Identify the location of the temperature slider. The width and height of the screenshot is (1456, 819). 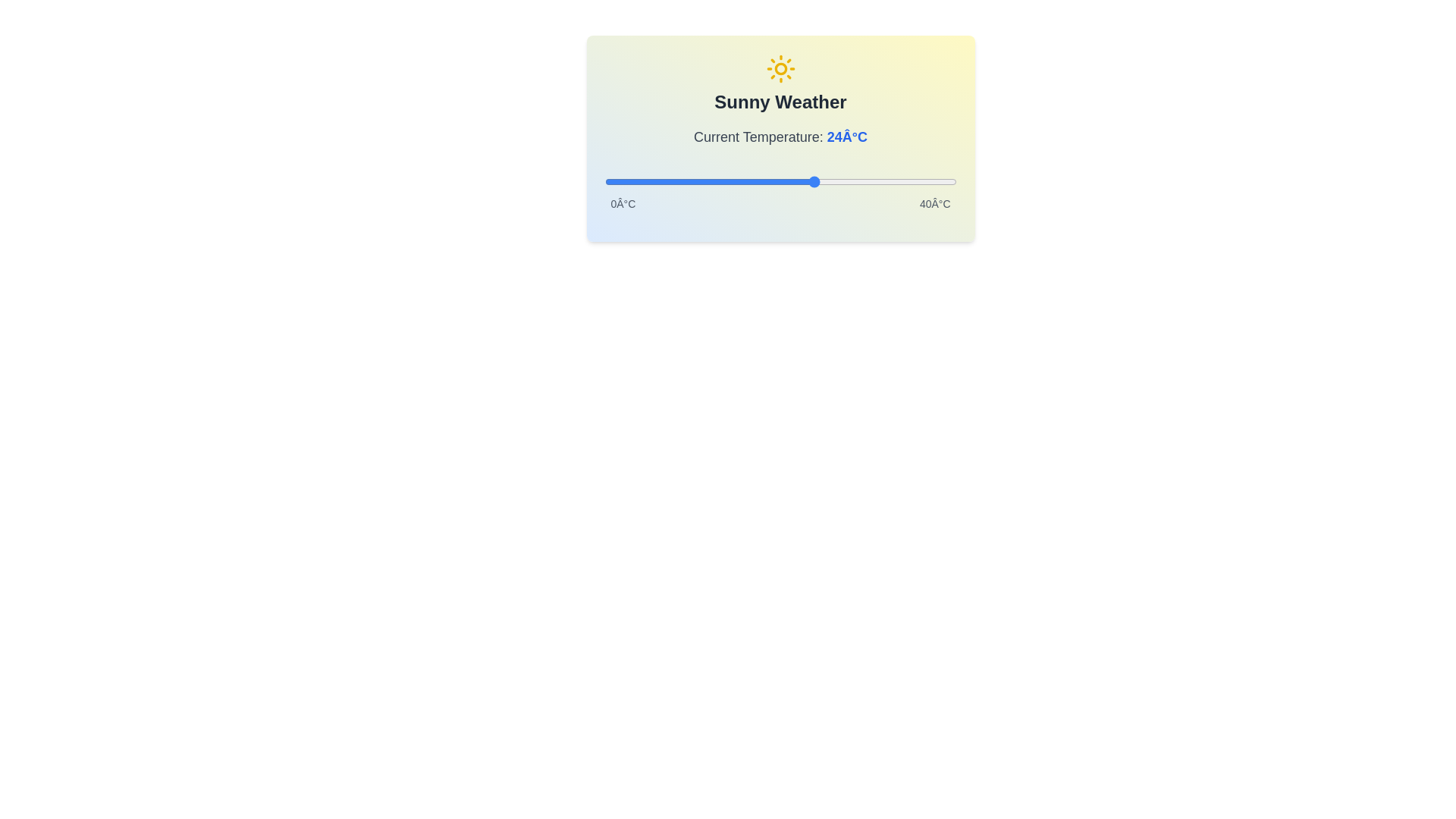
(814, 180).